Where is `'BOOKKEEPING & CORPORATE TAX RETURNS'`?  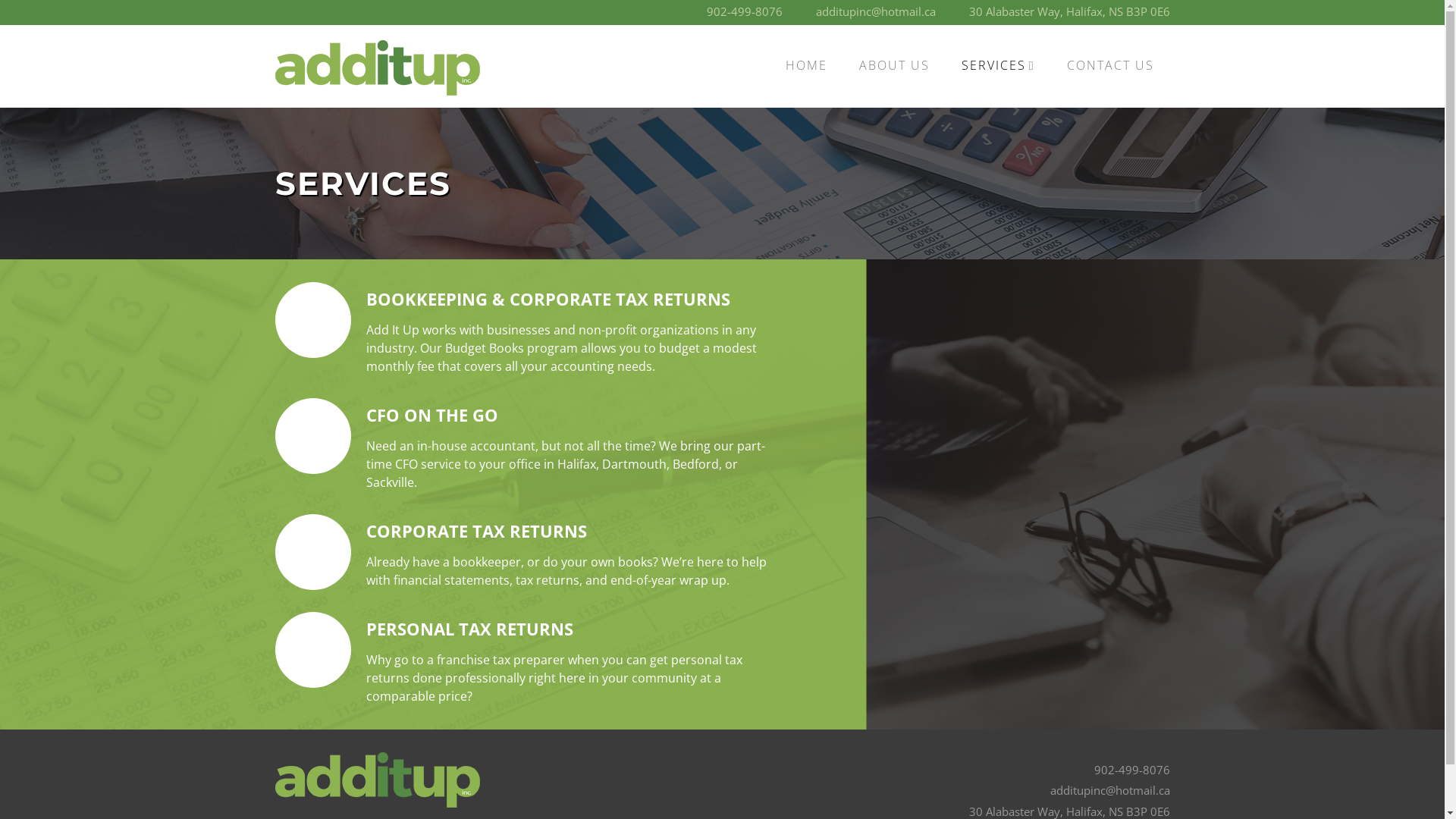 'BOOKKEEPING & CORPORATE TAX RETURNS' is located at coordinates (546, 298).